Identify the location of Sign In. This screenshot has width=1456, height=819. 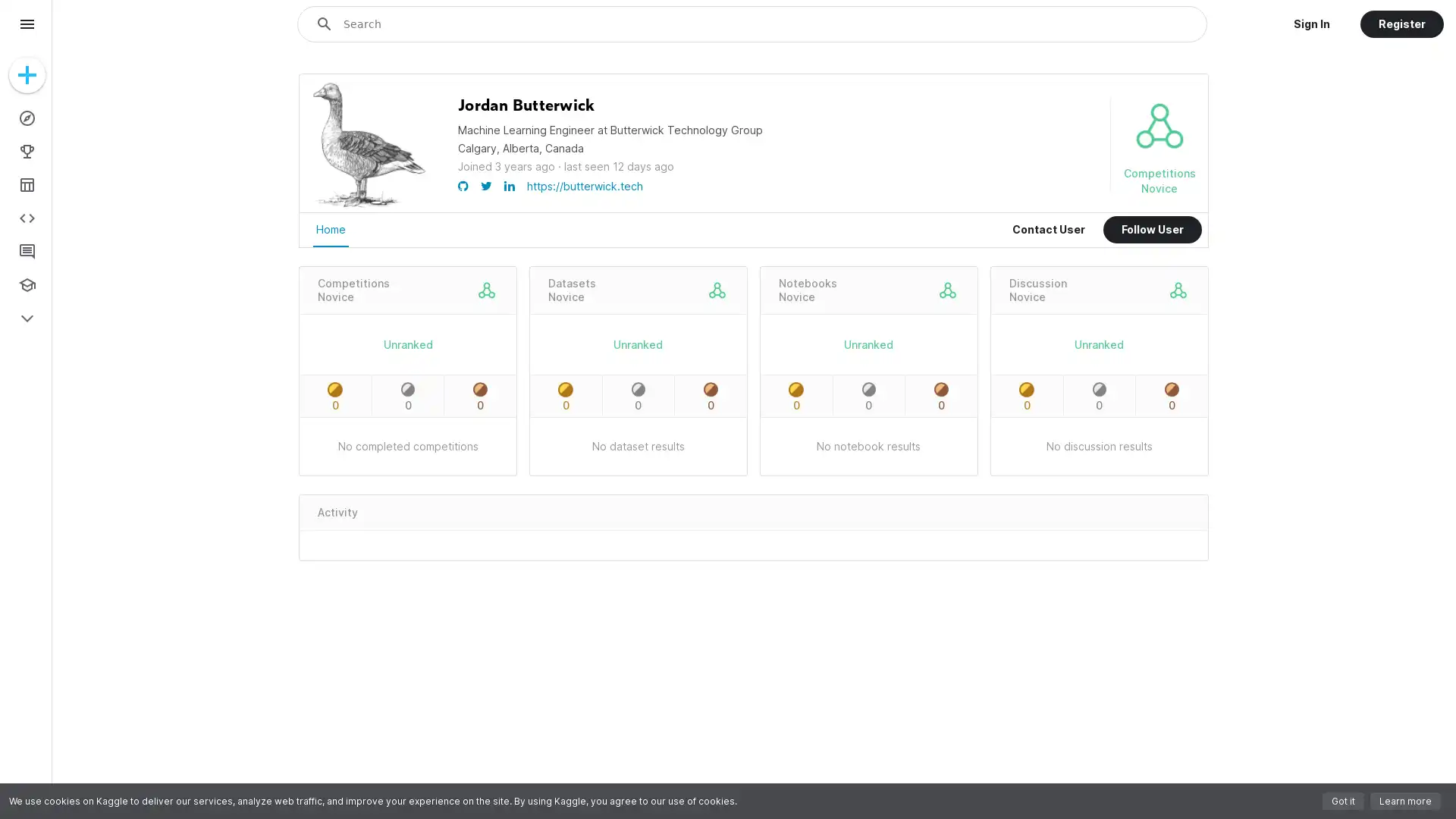
(1310, 24).